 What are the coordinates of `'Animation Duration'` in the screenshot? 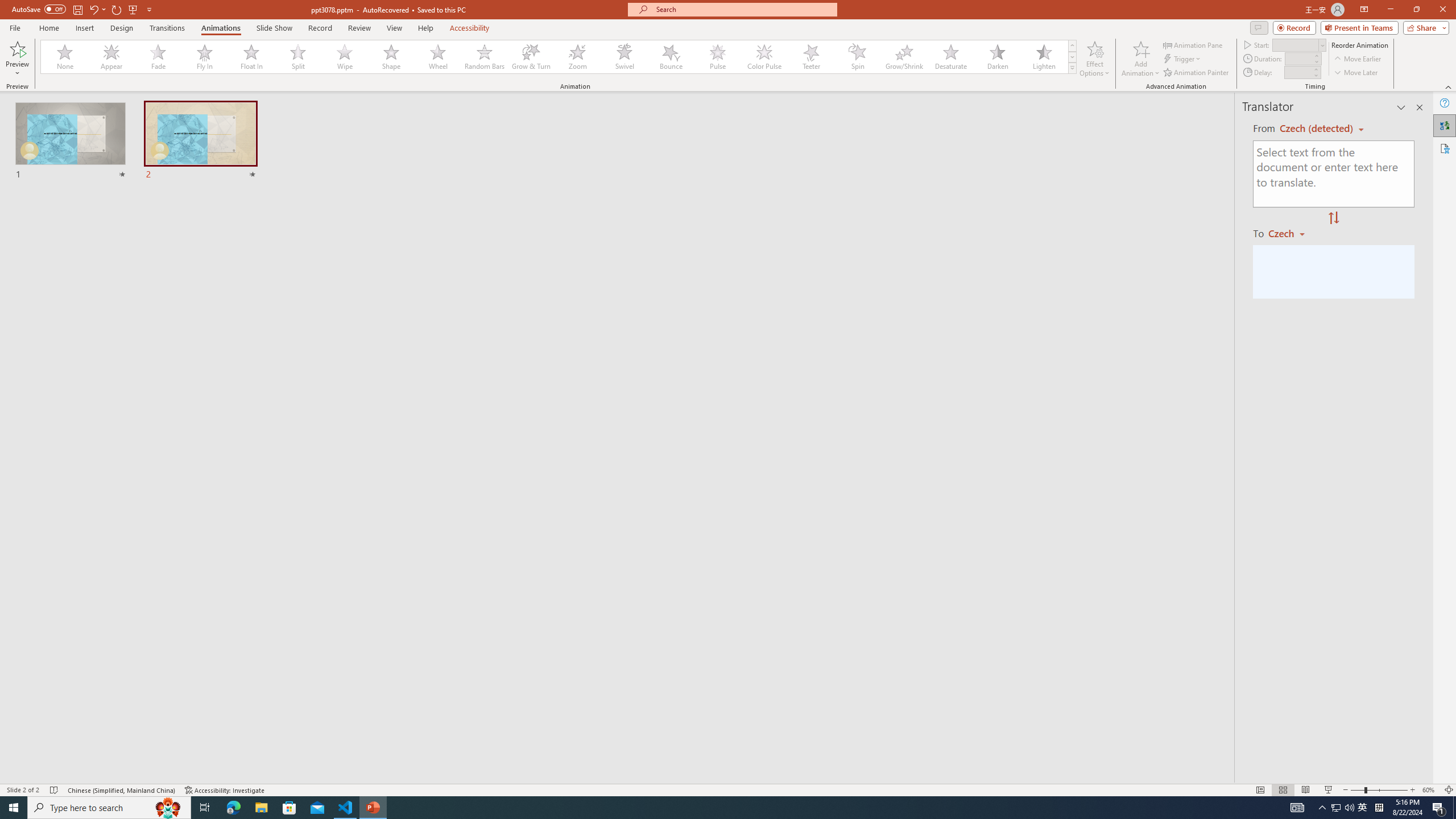 It's located at (1298, 58).